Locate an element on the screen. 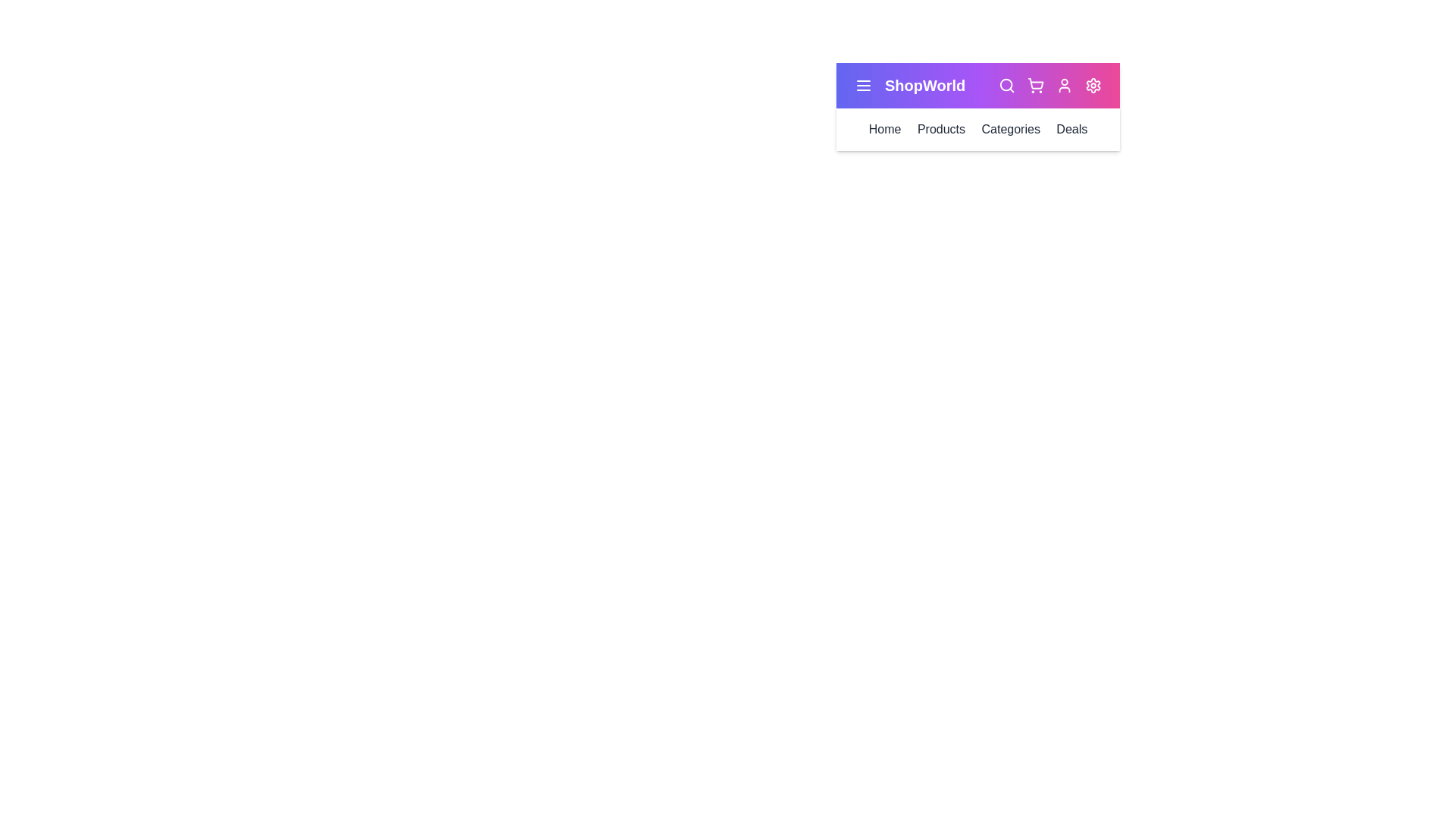 The image size is (1456, 819). the search icon to initiate a search is located at coordinates (1007, 85).